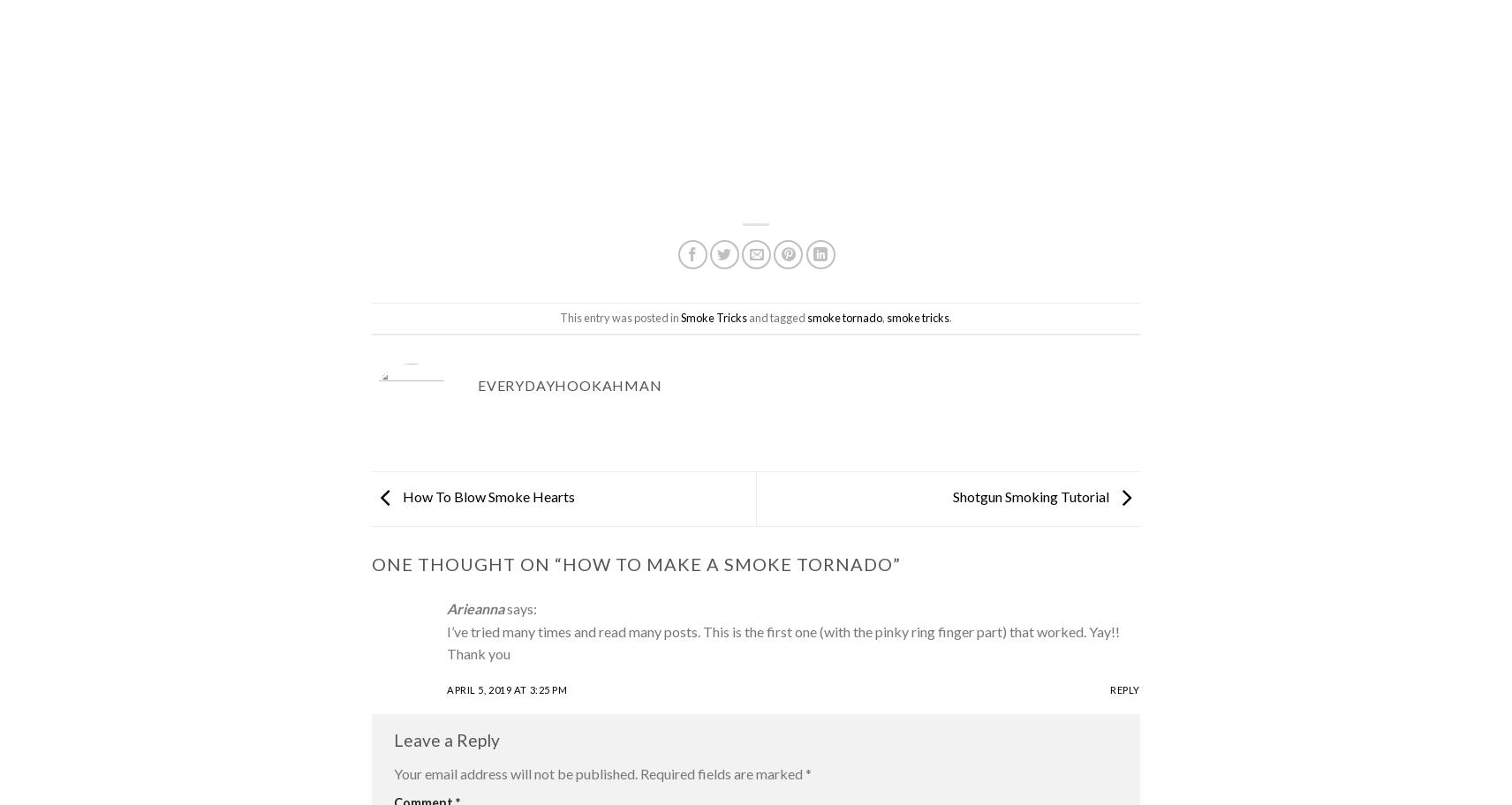  I want to click on 'How To Blow Smoke Hearts', so click(398, 496).